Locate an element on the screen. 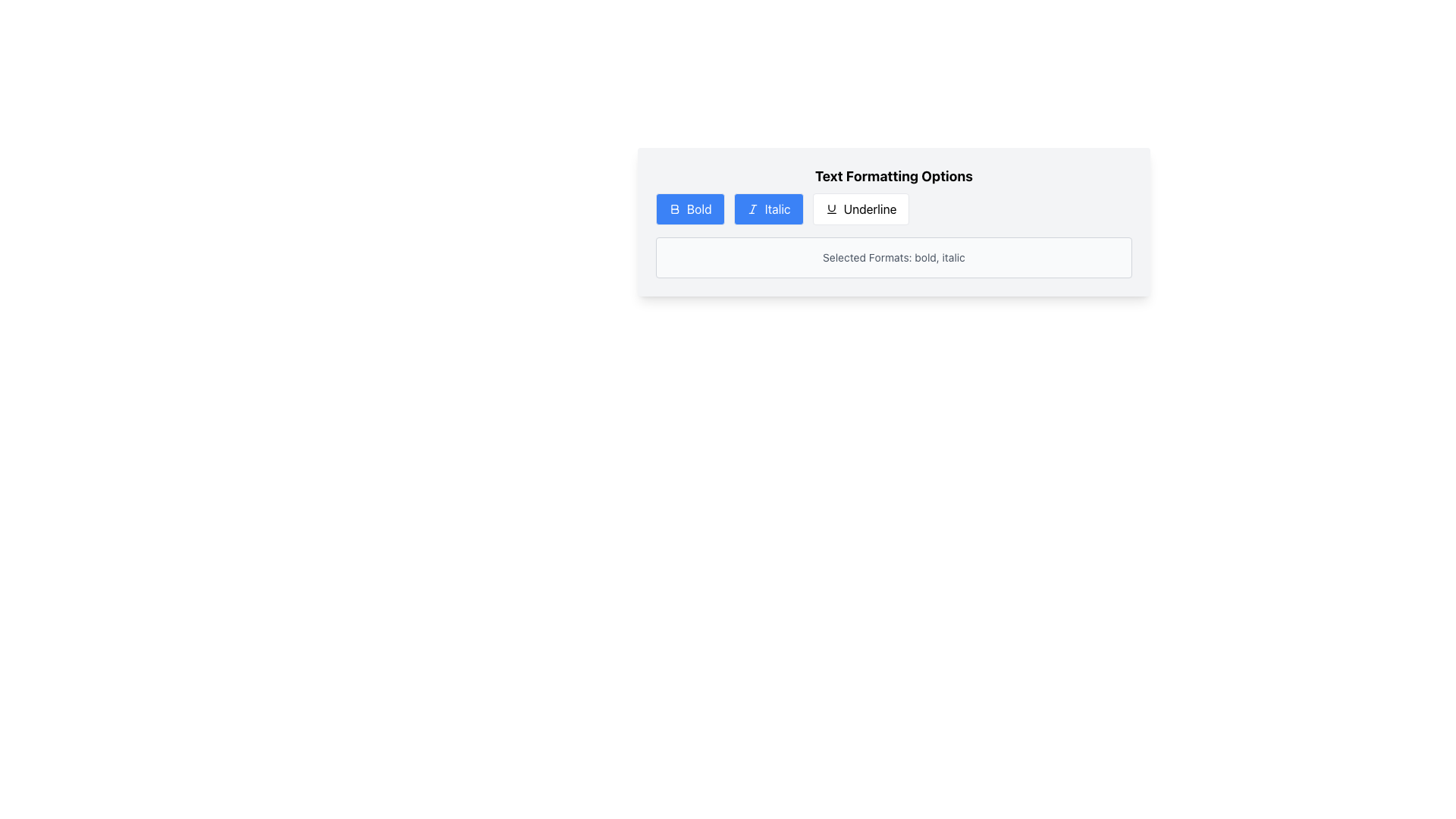 This screenshot has width=1456, height=819. the 'Underline' button, which is the third button in a horizontal group of 'Bold', 'Italic', and 'Underline' is located at coordinates (861, 209).